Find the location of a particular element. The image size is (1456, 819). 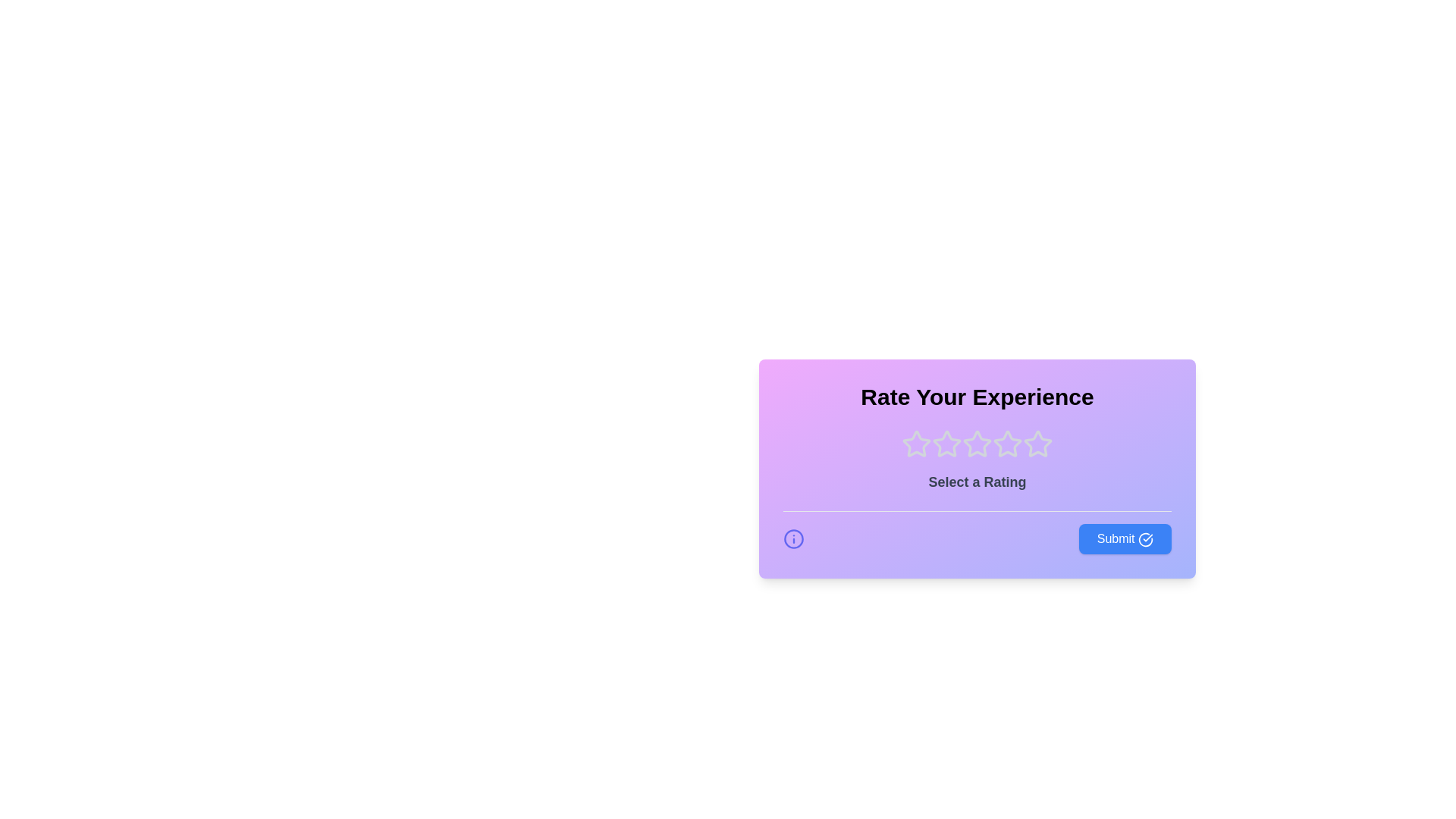

the submit button to submit the feedback is located at coordinates (1125, 538).